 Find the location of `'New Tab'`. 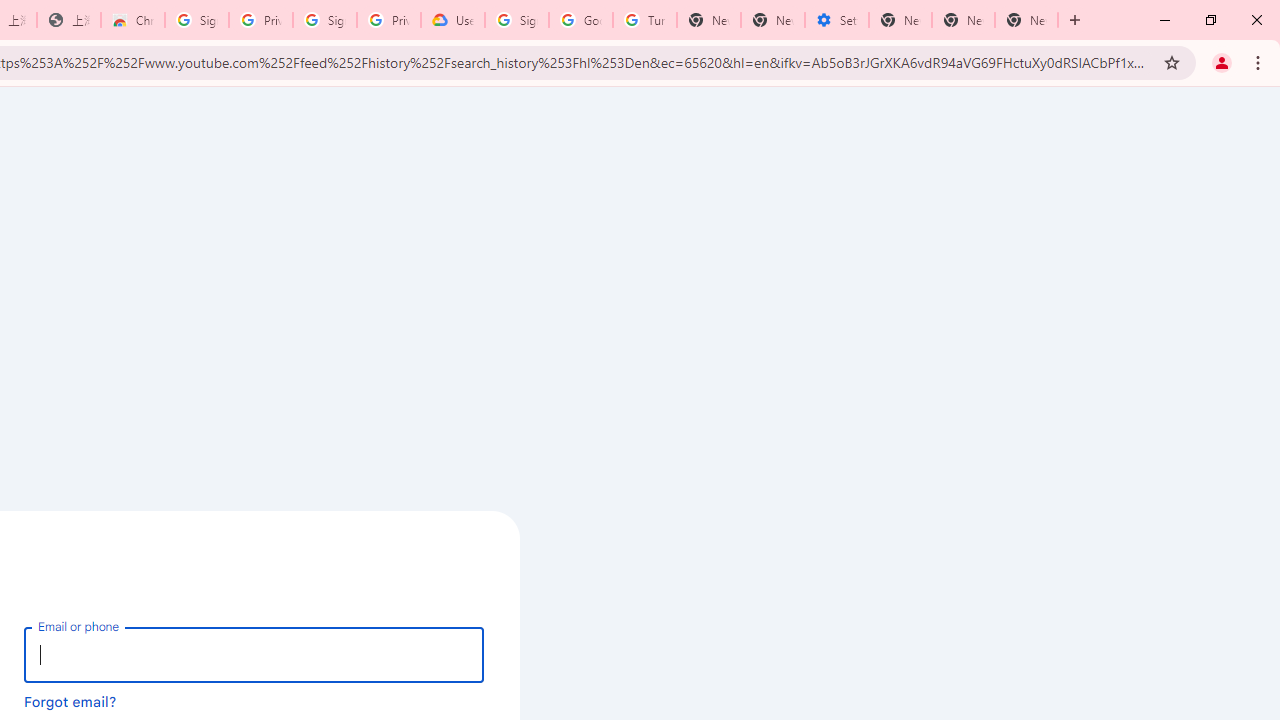

'New Tab' is located at coordinates (1026, 20).